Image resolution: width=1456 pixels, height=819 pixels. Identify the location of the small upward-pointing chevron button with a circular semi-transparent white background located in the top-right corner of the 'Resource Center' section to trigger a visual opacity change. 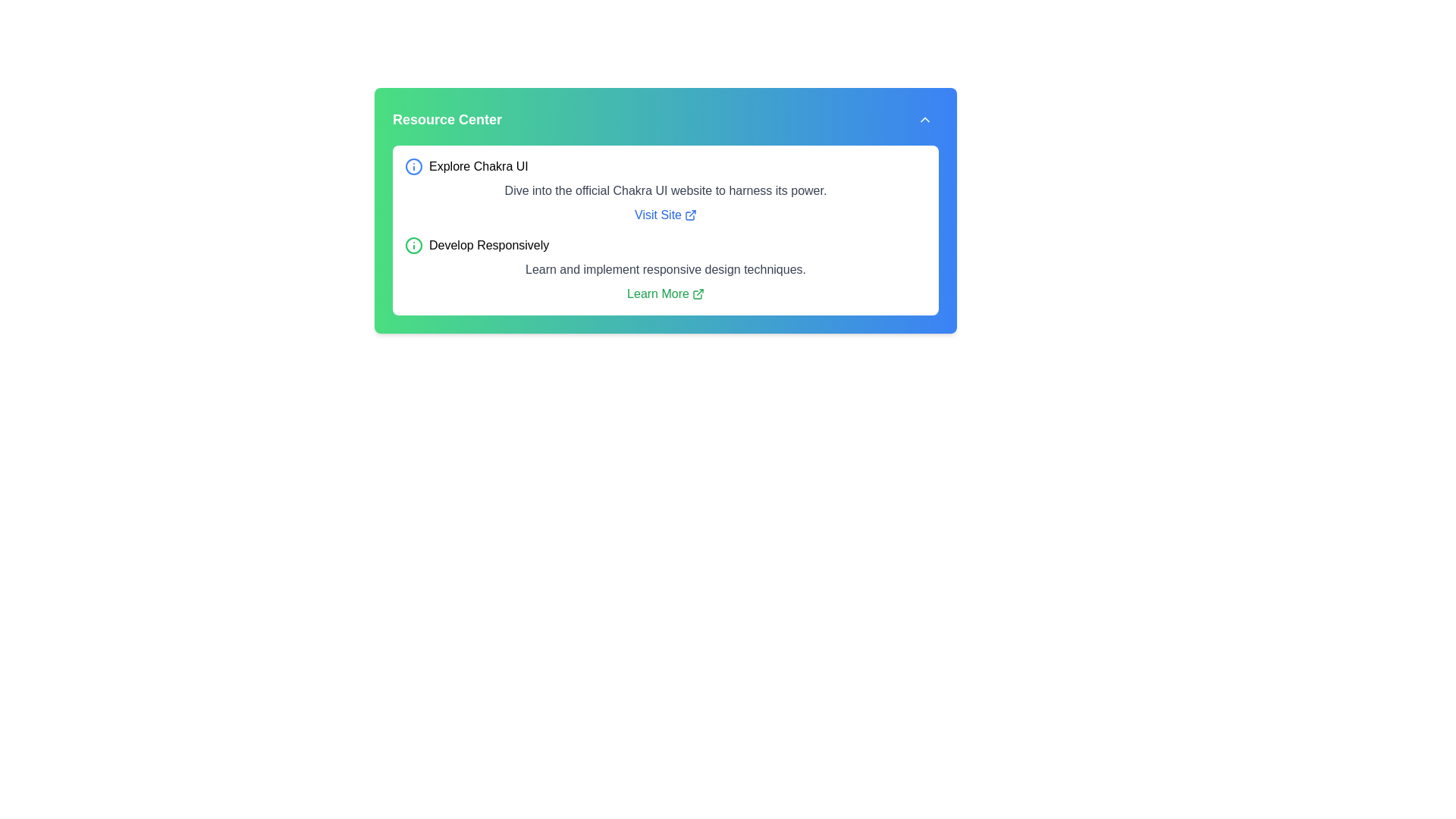
(924, 119).